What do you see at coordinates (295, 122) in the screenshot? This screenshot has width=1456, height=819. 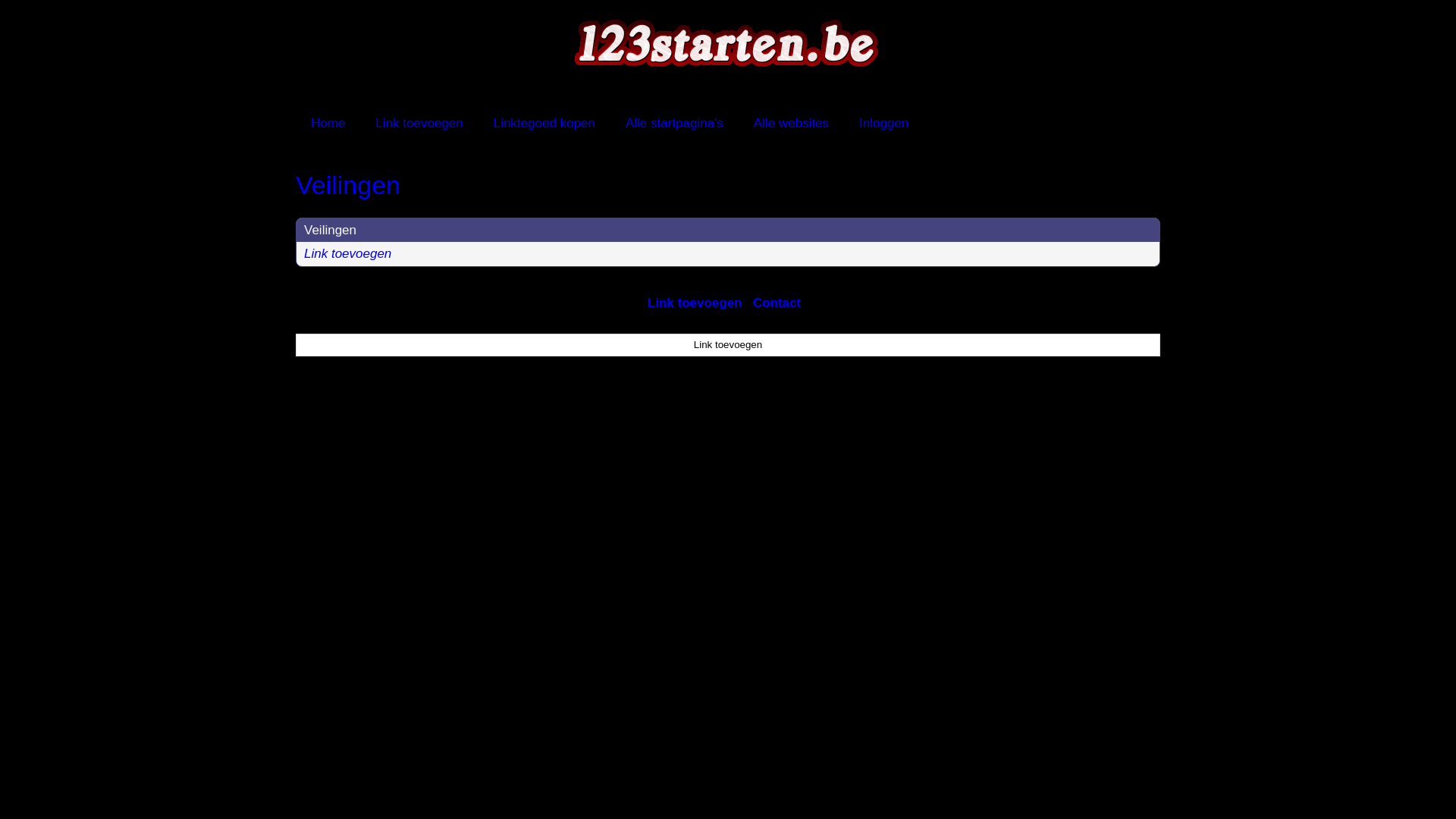 I see `'Home'` at bounding box center [295, 122].